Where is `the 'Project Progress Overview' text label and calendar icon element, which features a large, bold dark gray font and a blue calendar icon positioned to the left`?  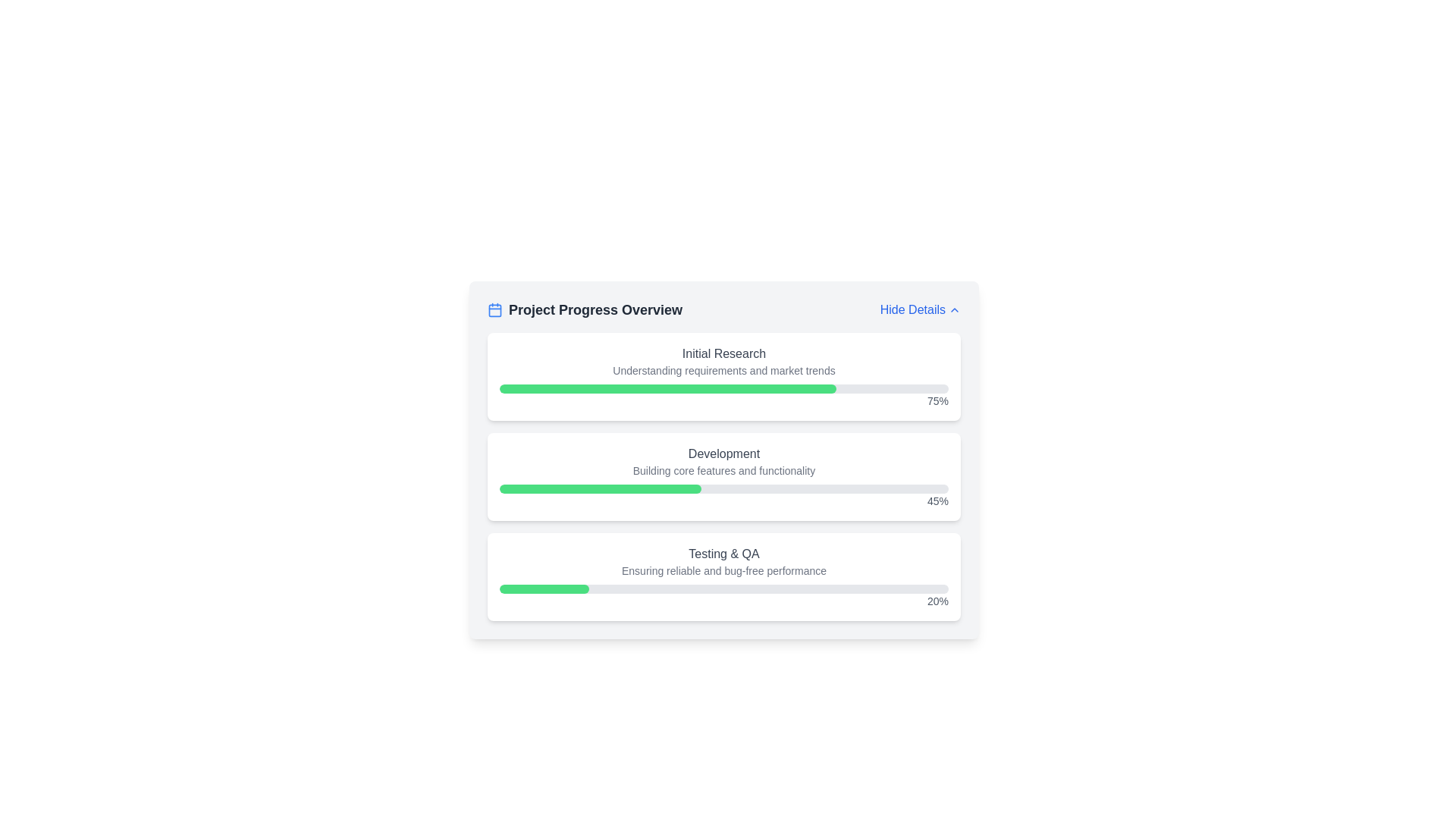
the 'Project Progress Overview' text label and calendar icon element, which features a large, bold dark gray font and a blue calendar icon positioned to the left is located at coordinates (584, 309).